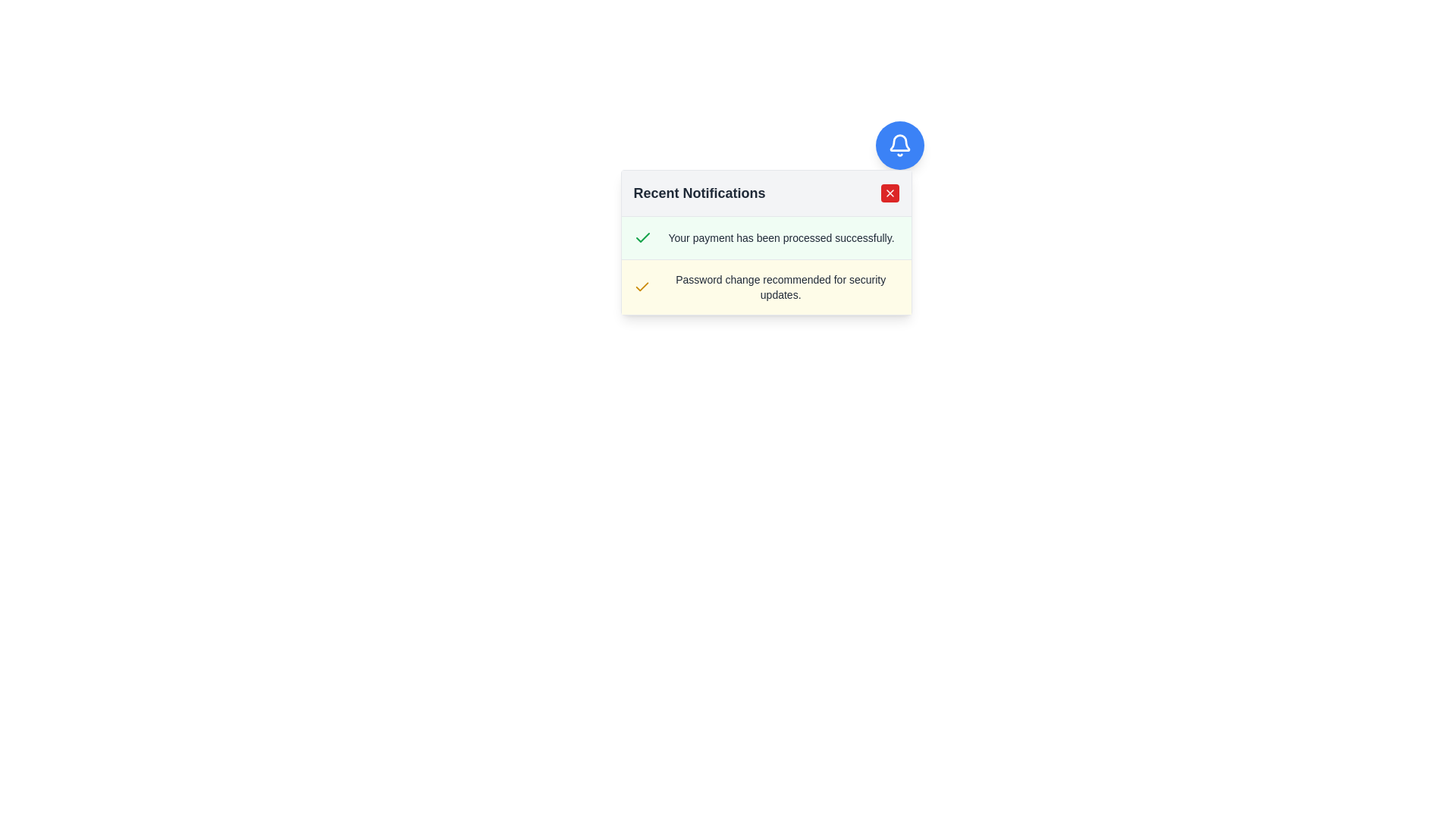  What do you see at coordinates (642, 237) in the screenshot?
I see `the green checkmark icon located within the notification card under the 'Recent Notifications' label, associated with the password security message` at bounding box center [642, 237].